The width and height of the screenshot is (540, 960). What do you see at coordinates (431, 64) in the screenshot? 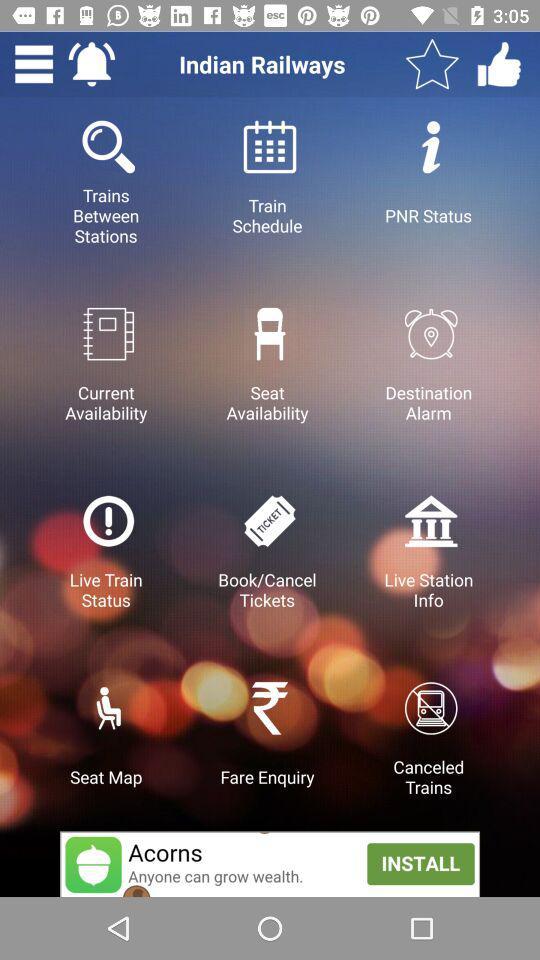
I see `press the favorite icon` at bounding box center [431, 64].